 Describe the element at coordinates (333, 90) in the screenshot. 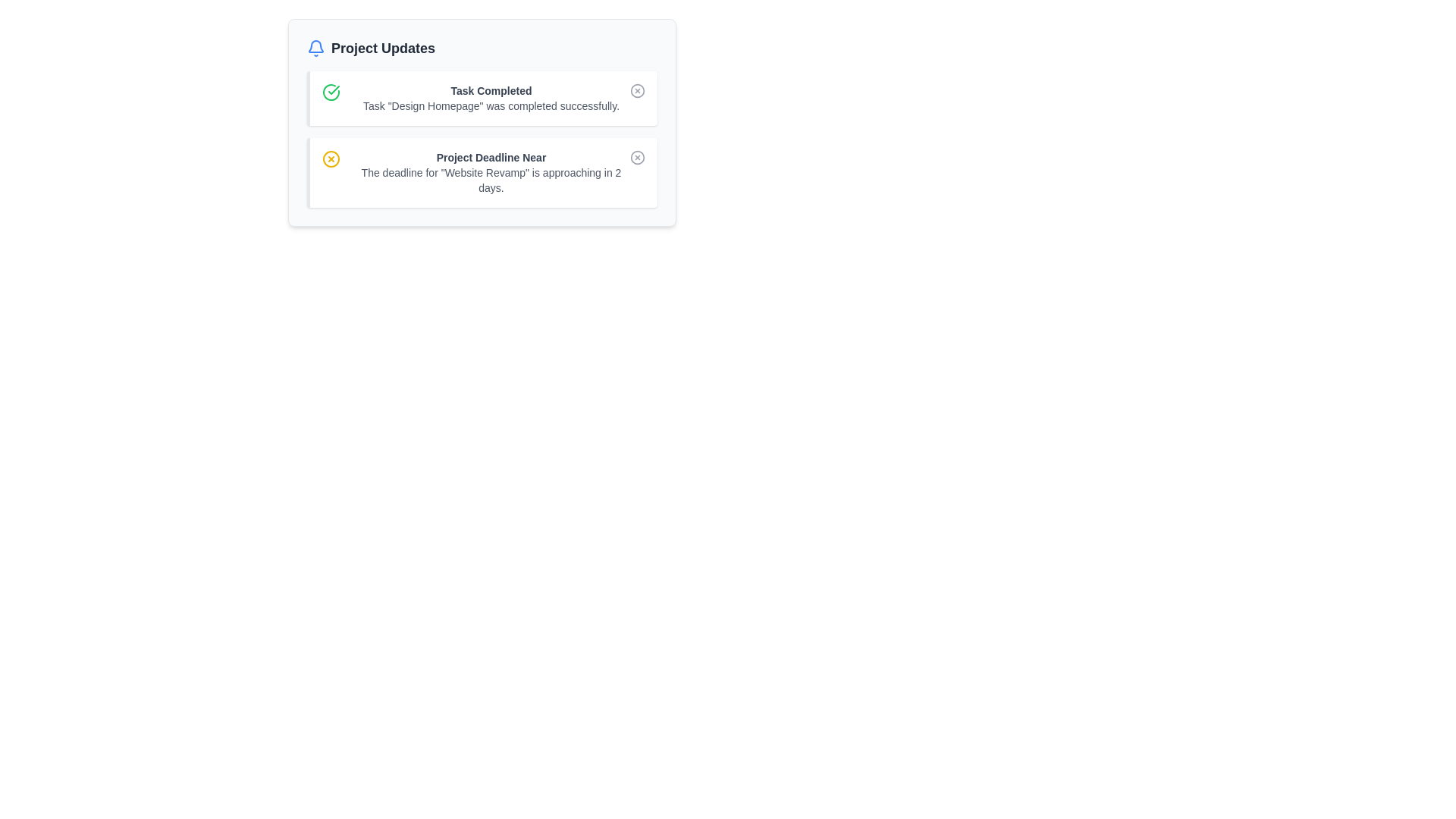

I see `the green checkmark icon representing task completion, located to the left of the 'Task Completed' text in the Project Updates card layout` at that location.